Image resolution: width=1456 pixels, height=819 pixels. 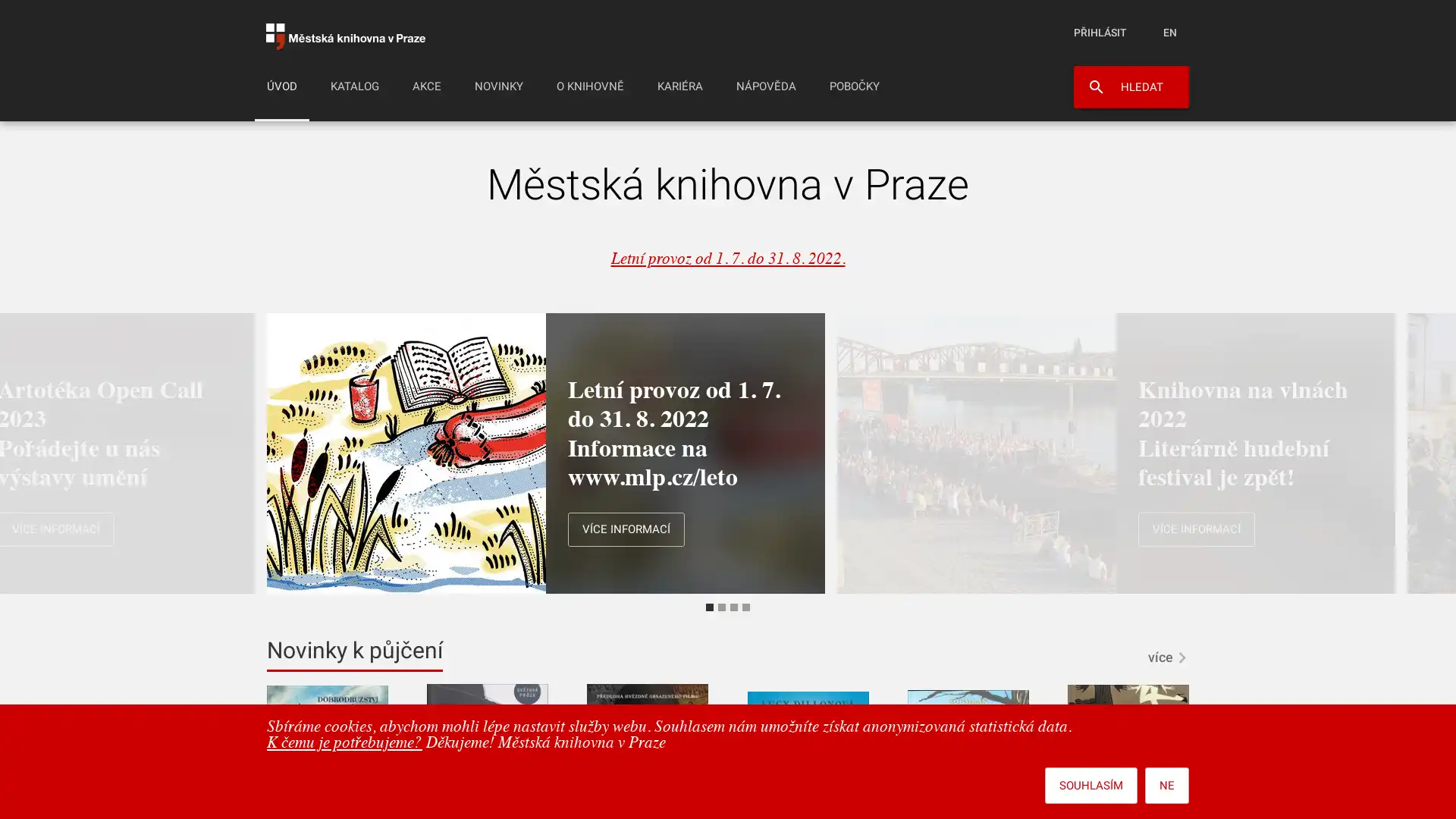 I want to click on NE, so click(x=1166, y=785).